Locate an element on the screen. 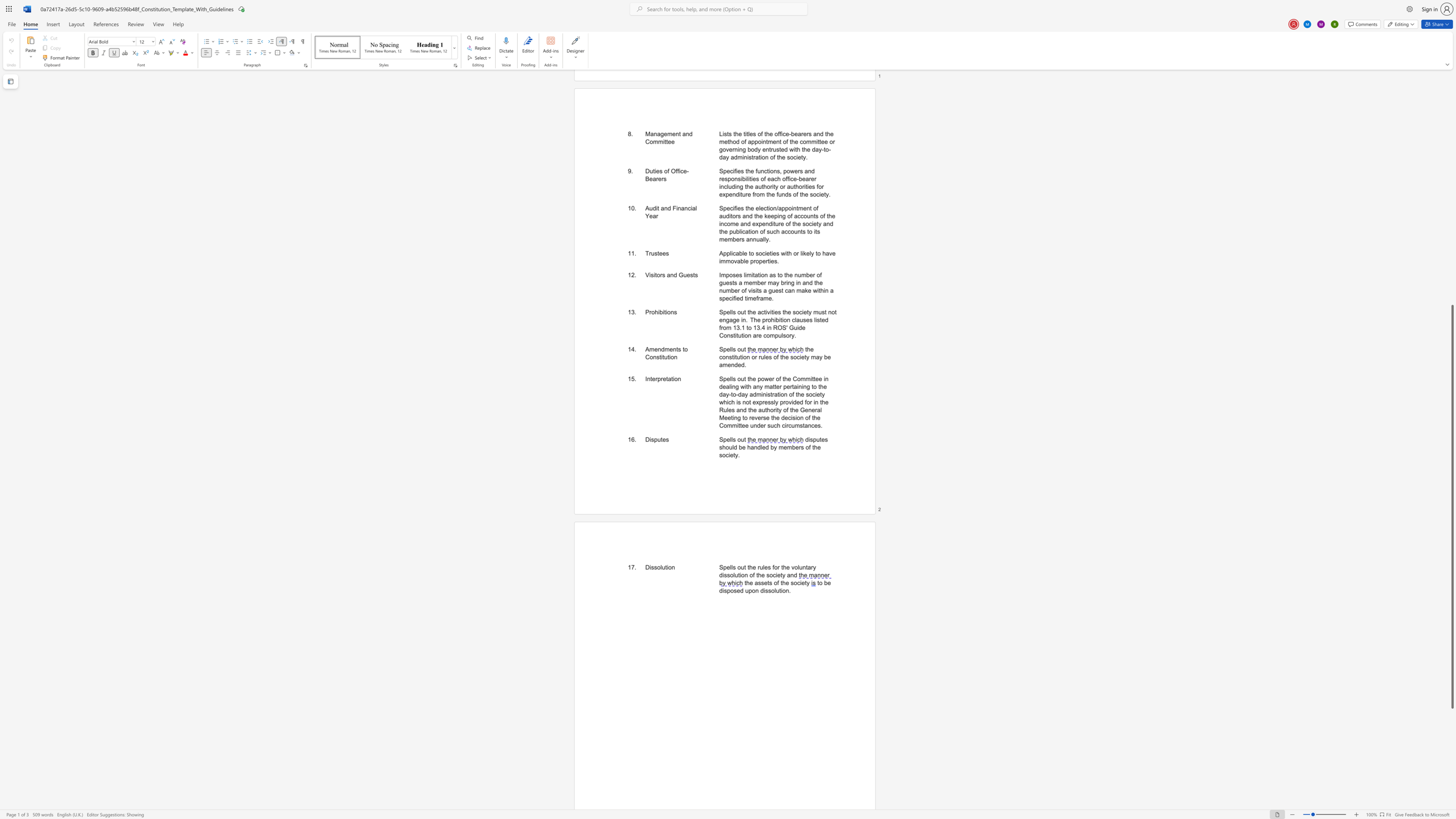 The image size is (1456, 819). the subset text "sed" within the text "to be disposed upon dissolution." is located at coordinates (733, 590).